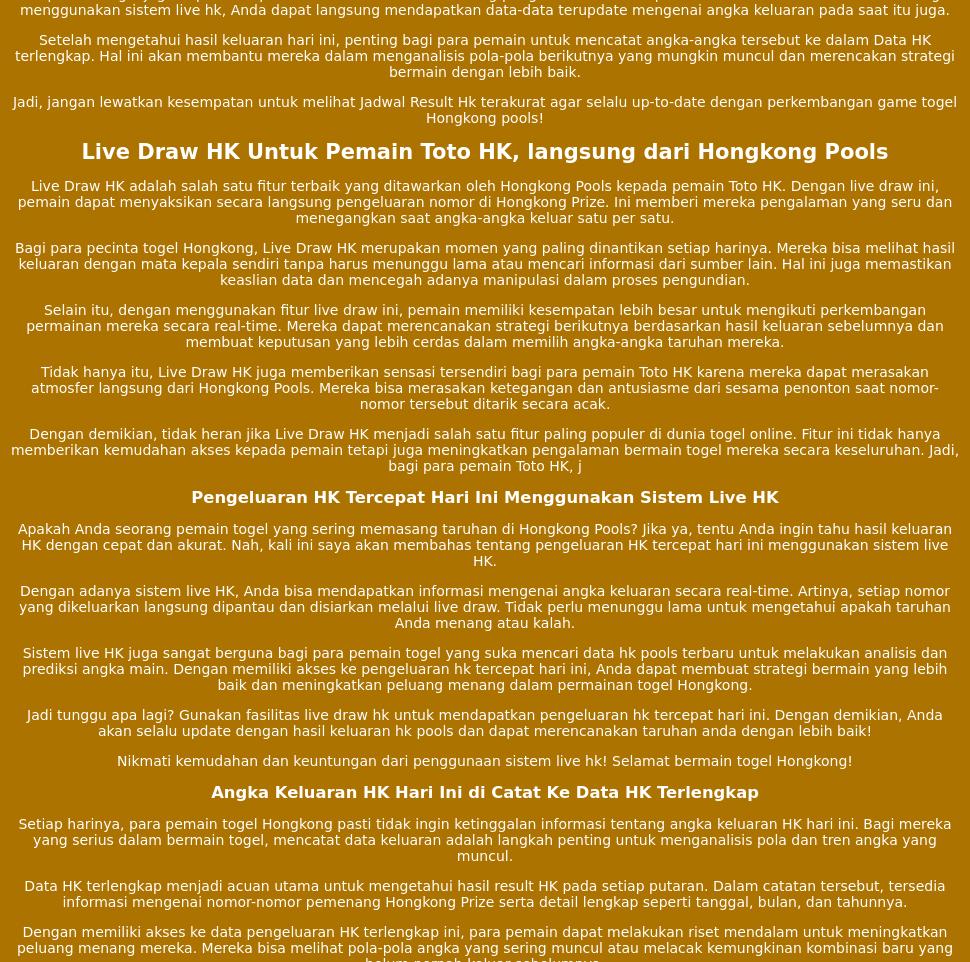 The image size is (970, 962). What do you see at coordinates (483, 323) in the screenshot?
I see `'Selain itu, dengan menggunakan fitur live draw ini, pemain memiliki kesempatan lebih besar untuk mengikuti perkembangan permainan mereka secara real-time. Mereka dapat merencanakan strategi berikutnya berdasarkan hasil keluaran sebelumnya dan membuat keputusan yang lebih cerdas dalam memilih angka-angka taruhan mereka.'` at bounding box center [483, 323].